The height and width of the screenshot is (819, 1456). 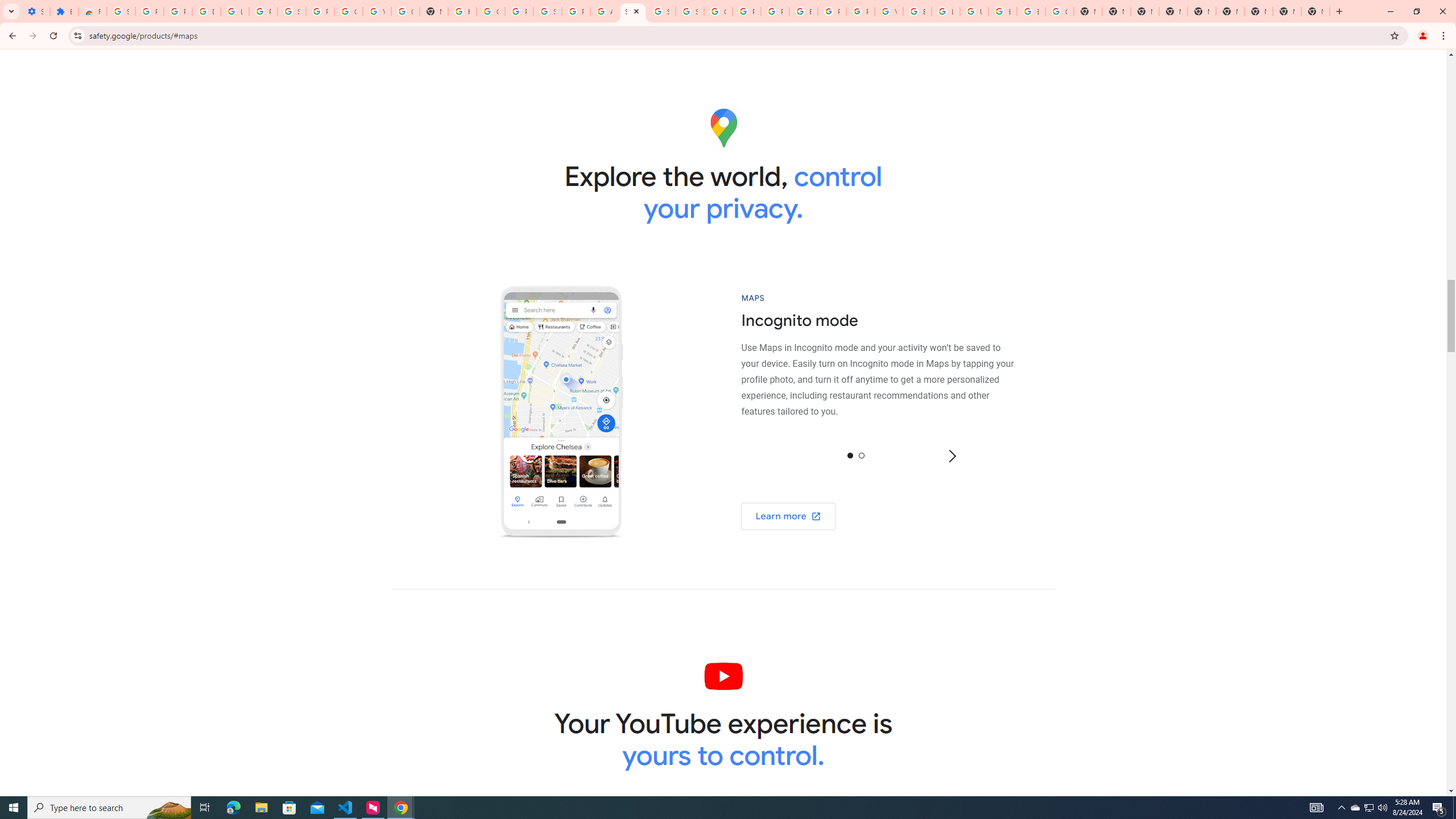 I want to click on 'Safety in Our Products - Google Safety Center', so click(x=632, y=11).